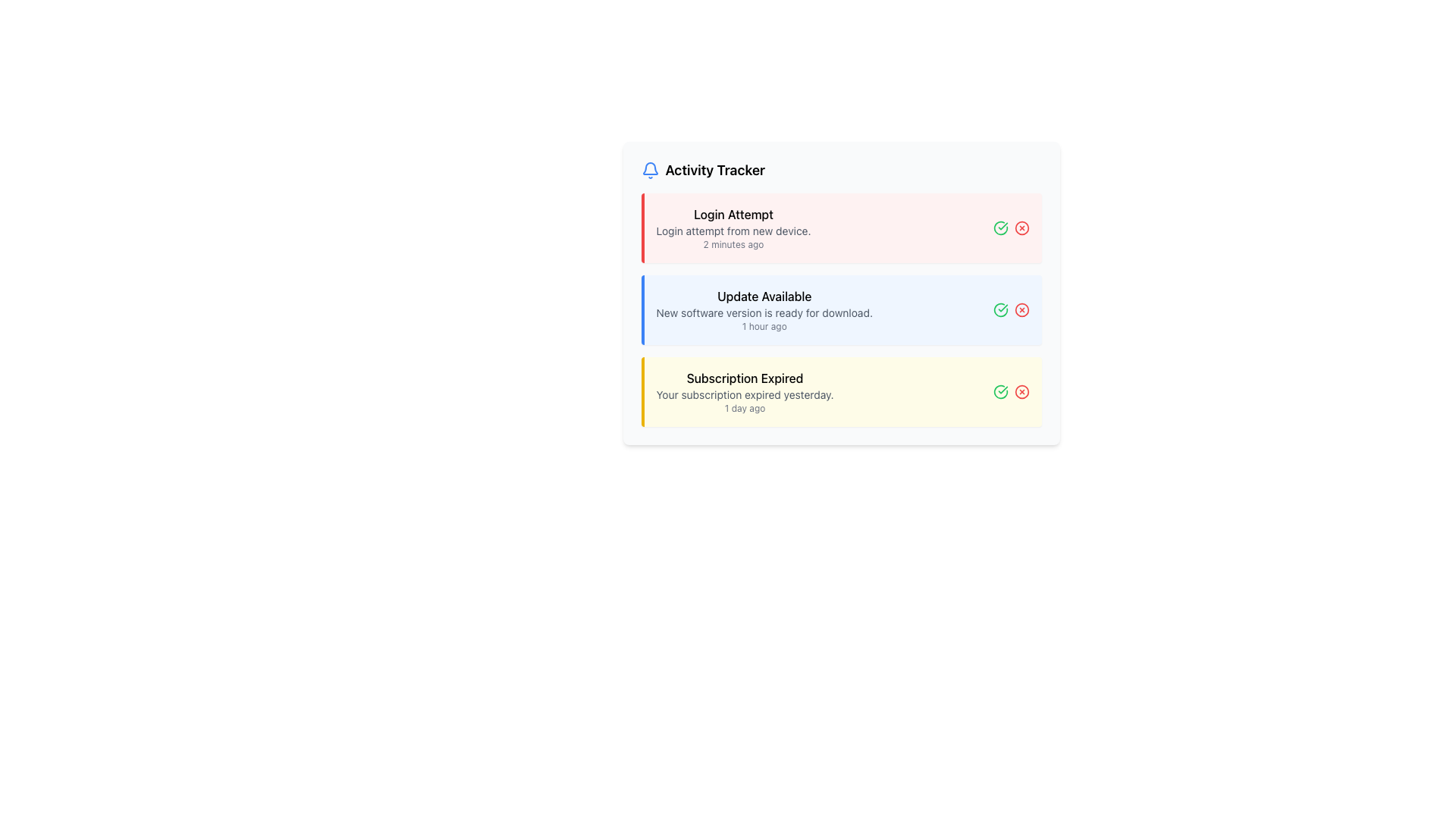  I want to click on the 'Update Available' notification in the 'Activity Tracker' panel using keyboard navigation, so click(840, 309).